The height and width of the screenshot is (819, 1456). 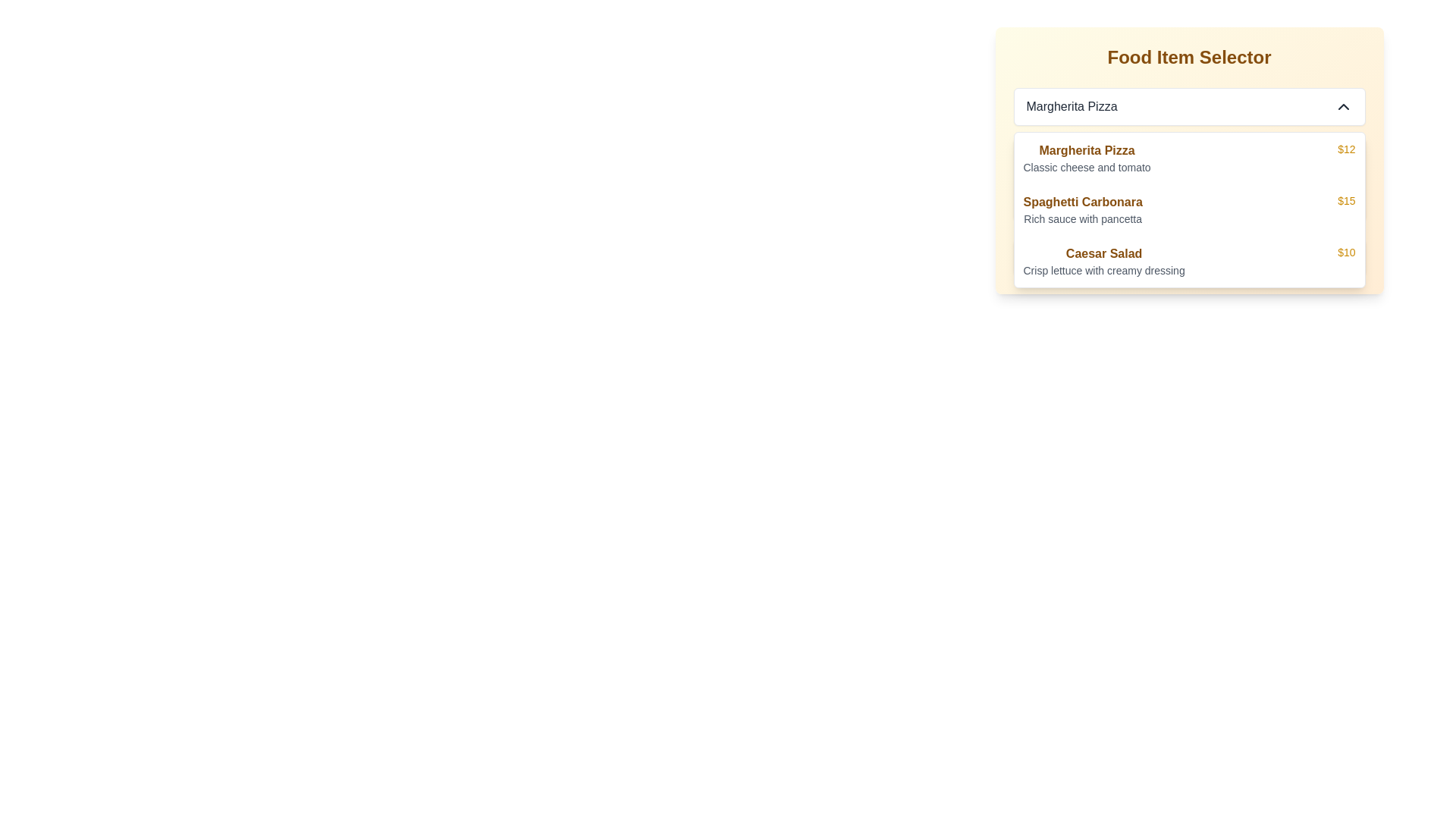 What do you see at coordinates (1082, 201) in the screenshot?
I see `the bold yellowish-brown text label that reads 'Spaghetti Carbonara'` at bounding box center [1082, 201].